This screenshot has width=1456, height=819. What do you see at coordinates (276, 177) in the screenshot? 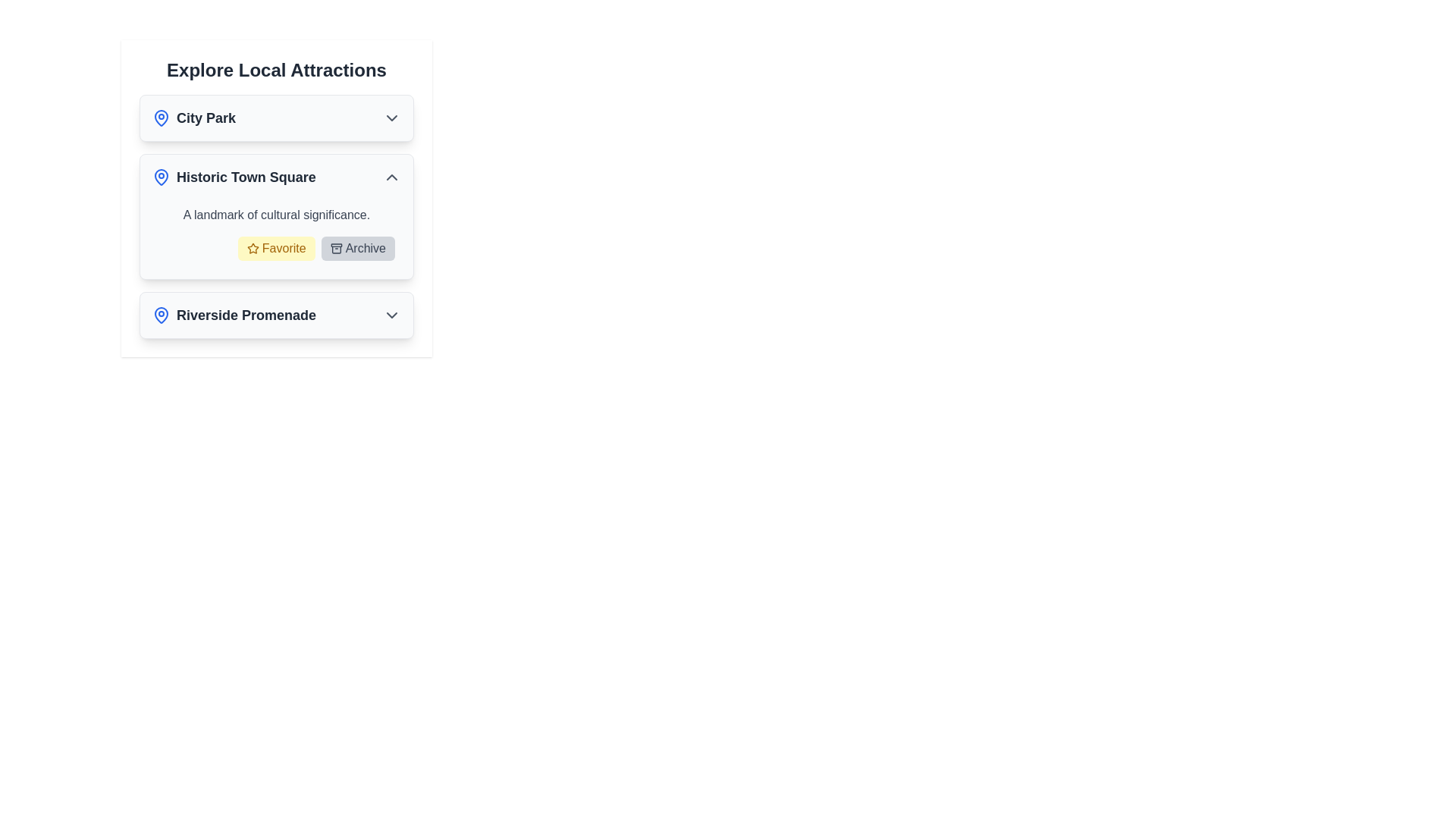
I see `the interactive list item for 'Historic Town Square'` at bounding box center [276, 177].